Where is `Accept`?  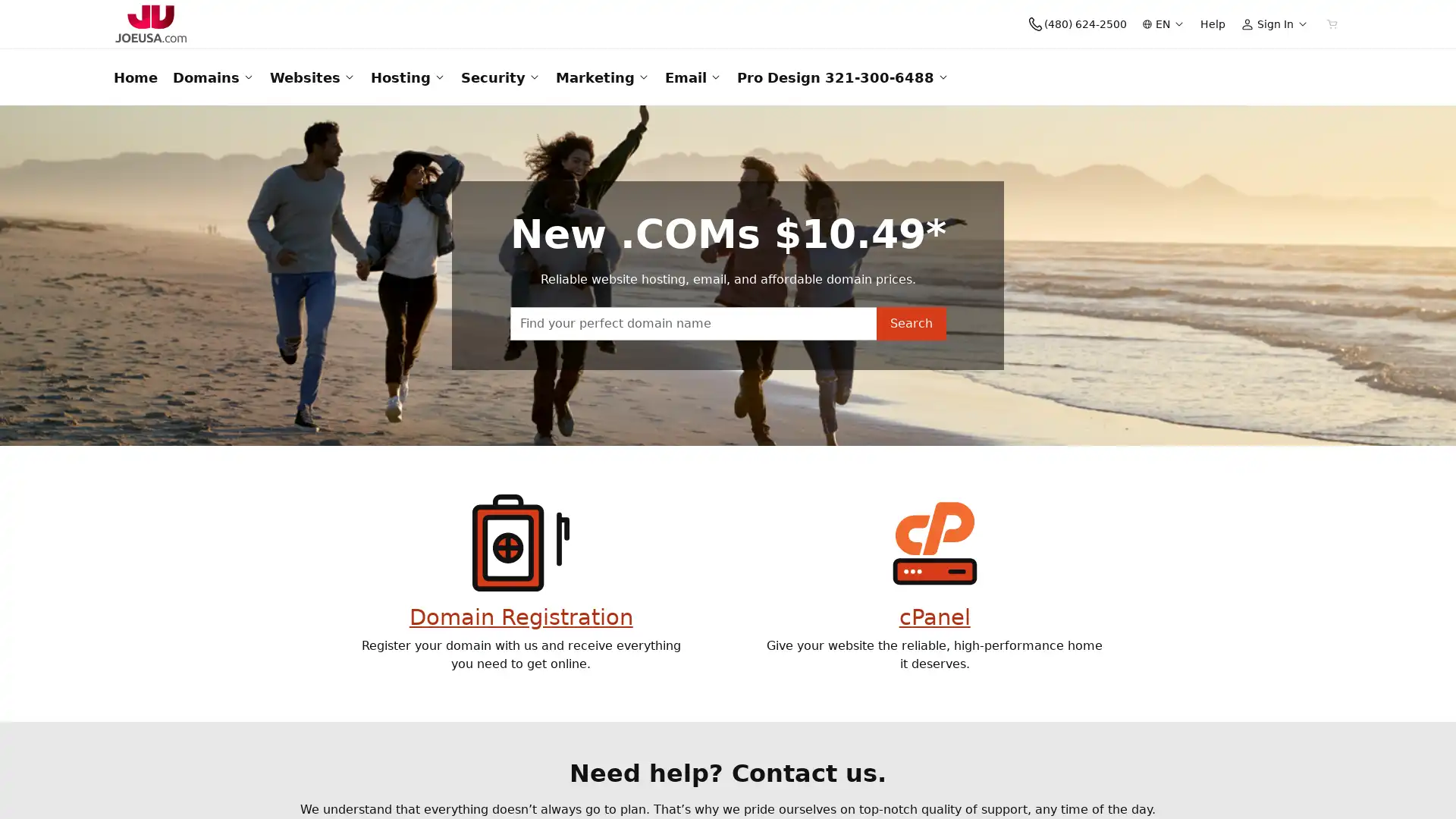
Accept is located at coordinates (1083, 783).